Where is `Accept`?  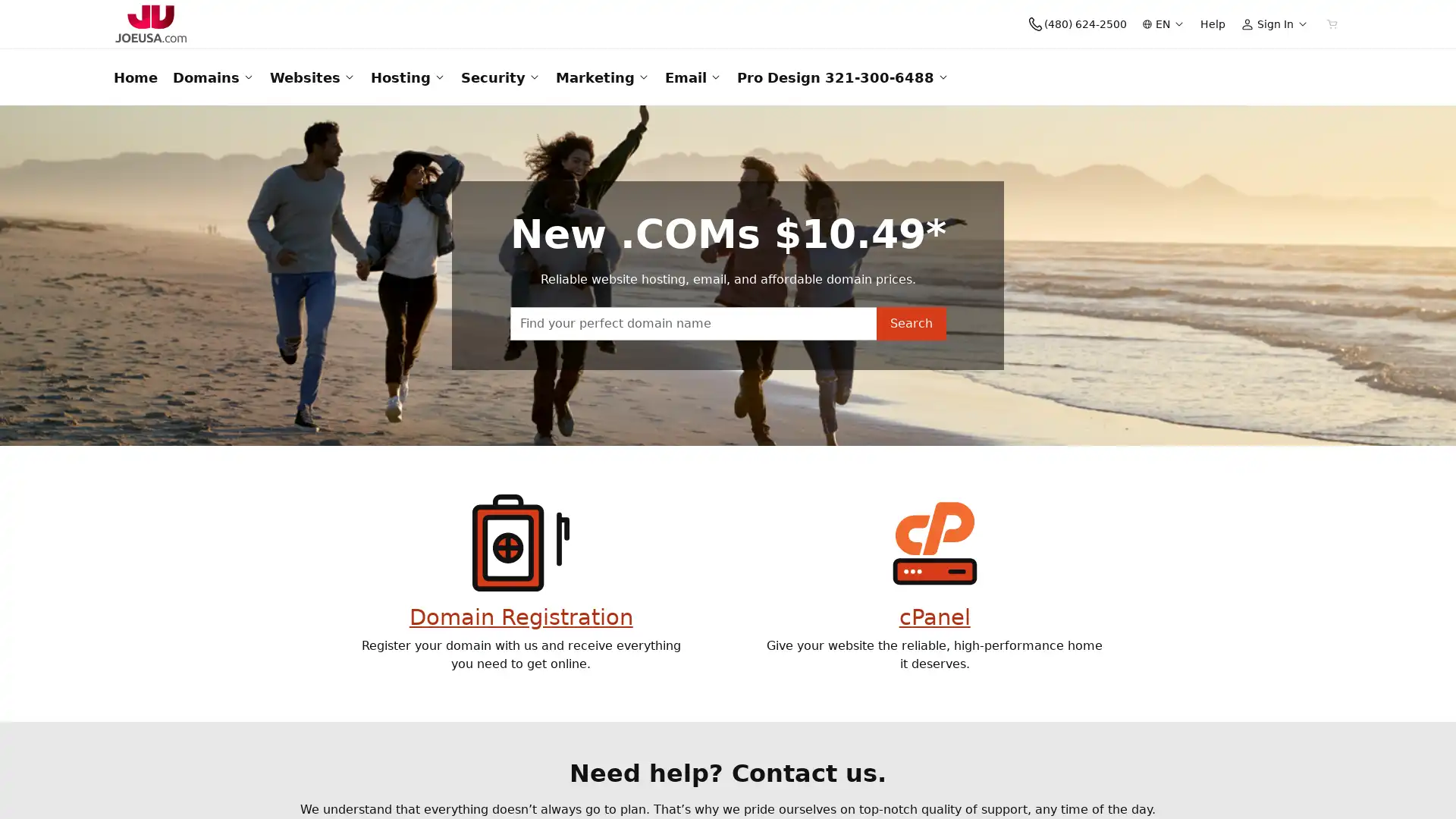
Accept is located at coordinates (1083, 783).